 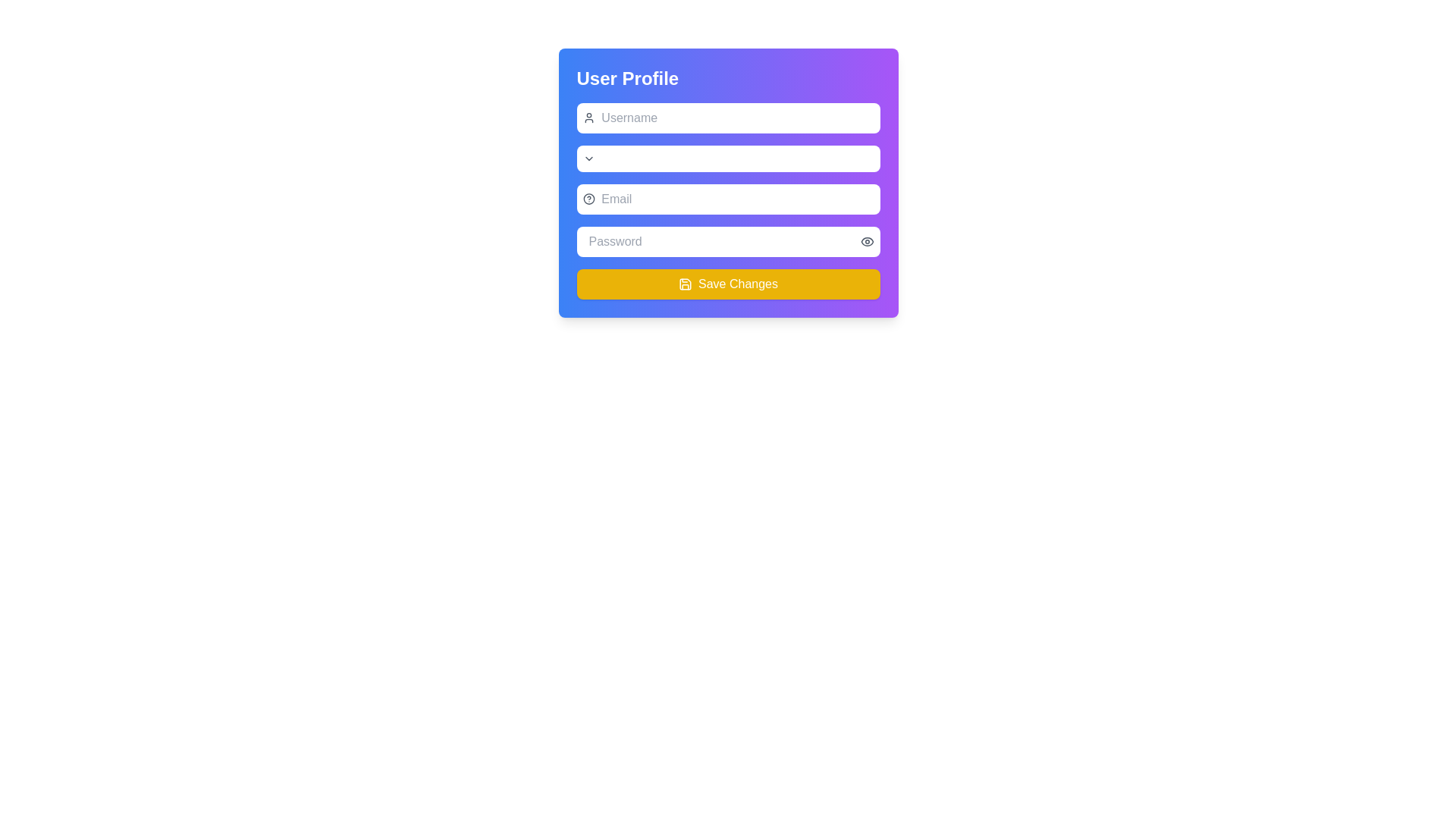 What do you see at coordinates (588, 158) in the screenshot?
I see `the chevron icon next to 'Select Role'` at bounding box center [588, 158].